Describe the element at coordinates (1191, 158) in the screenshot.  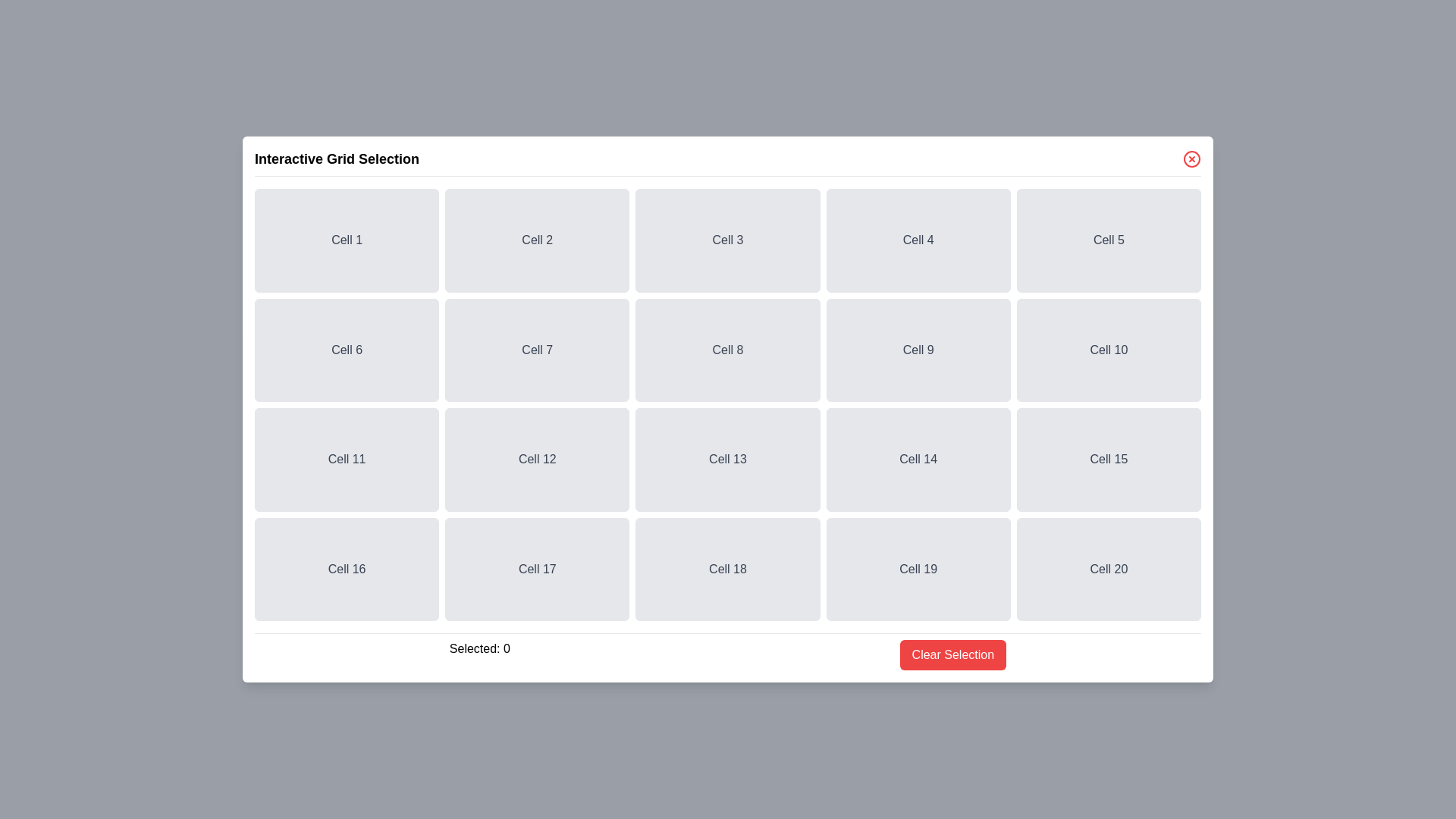
I see `the close button located at the top-right corner of the dialog` at that location.